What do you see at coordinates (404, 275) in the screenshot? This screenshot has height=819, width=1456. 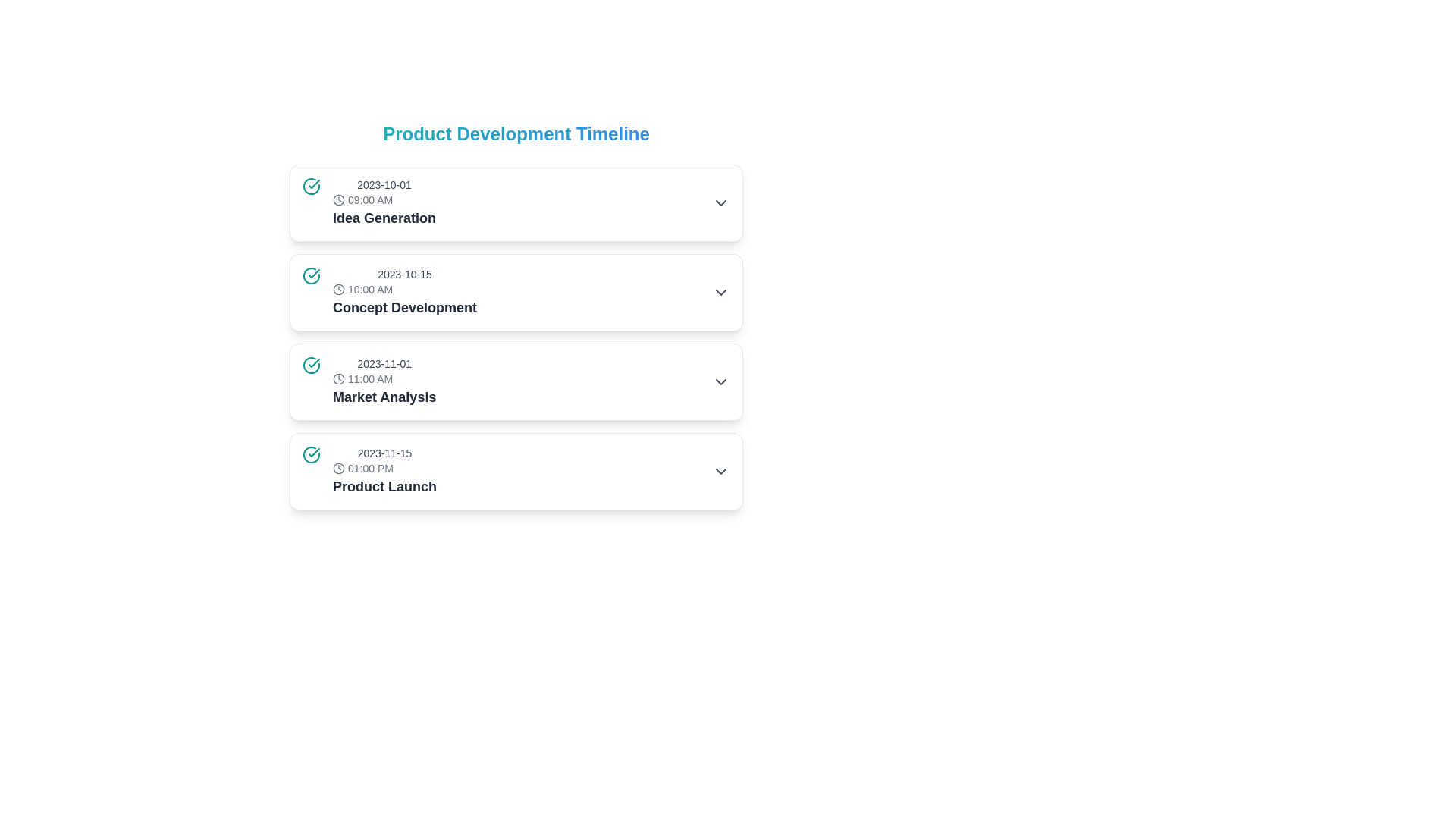 I see `the text label displaying the date '2023-10-15', which is styled in a small gray font and positioned above the time entry '10:00 AM' in the timeline structure` at bounding box center [404, 275].